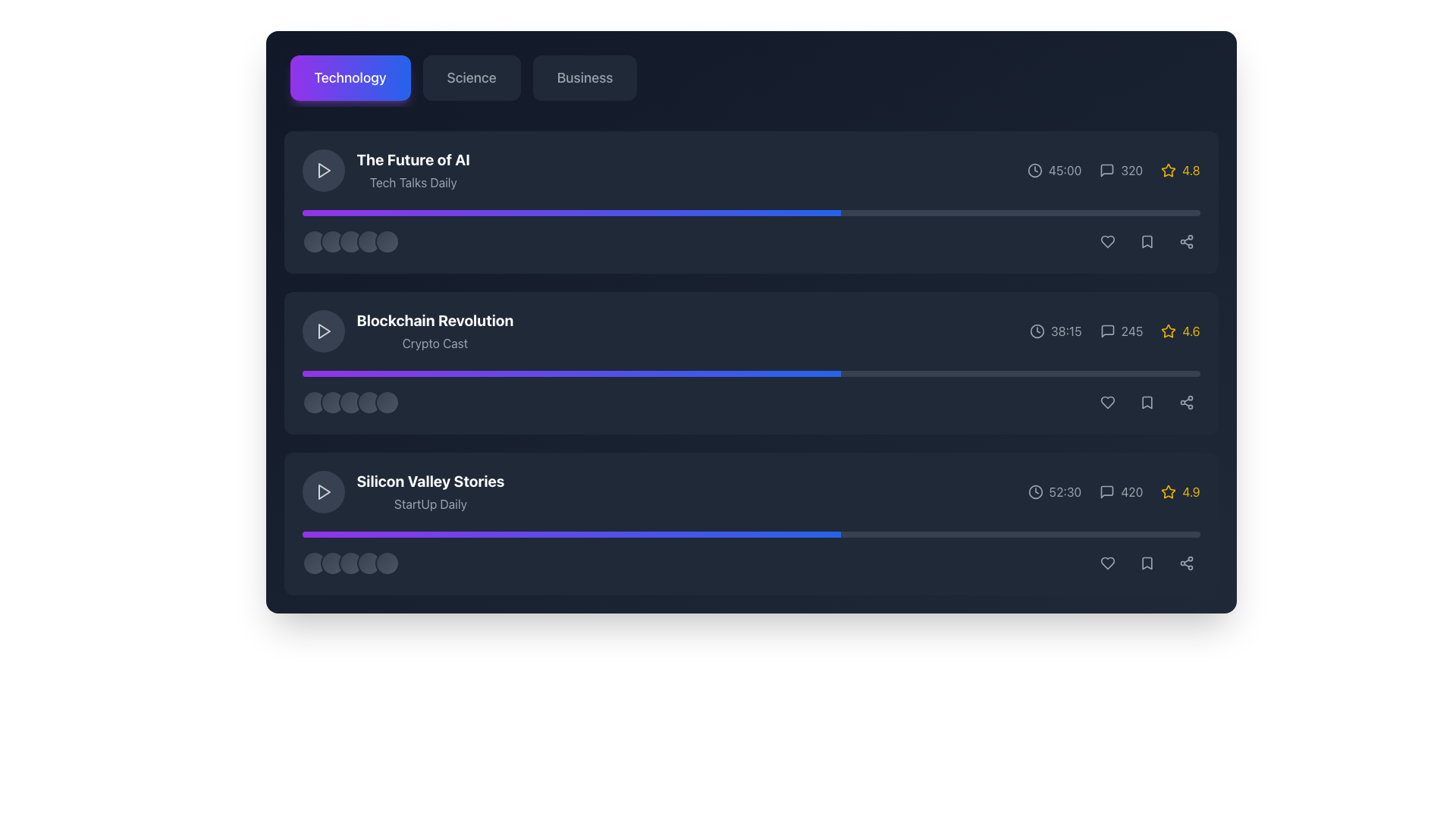  What do you see at coordinates (1131, 491) in the screenshot?
I see `text content of the comments indicator label located to the right of the average rating for the 'Silicon Valley Stories' section` at bounding box center [1131, 491].